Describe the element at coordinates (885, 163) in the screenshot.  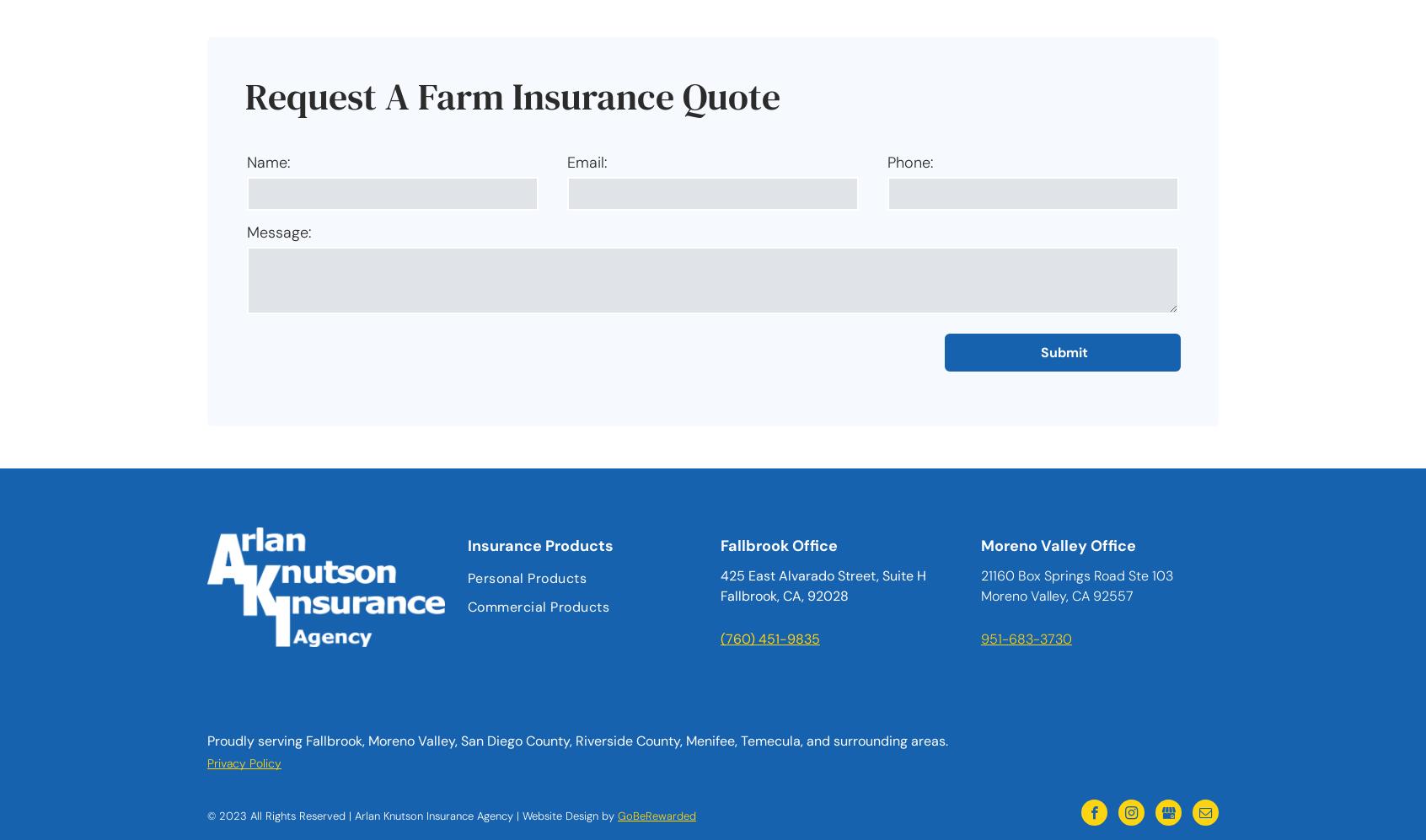
I see `'Phone:'` at that location.